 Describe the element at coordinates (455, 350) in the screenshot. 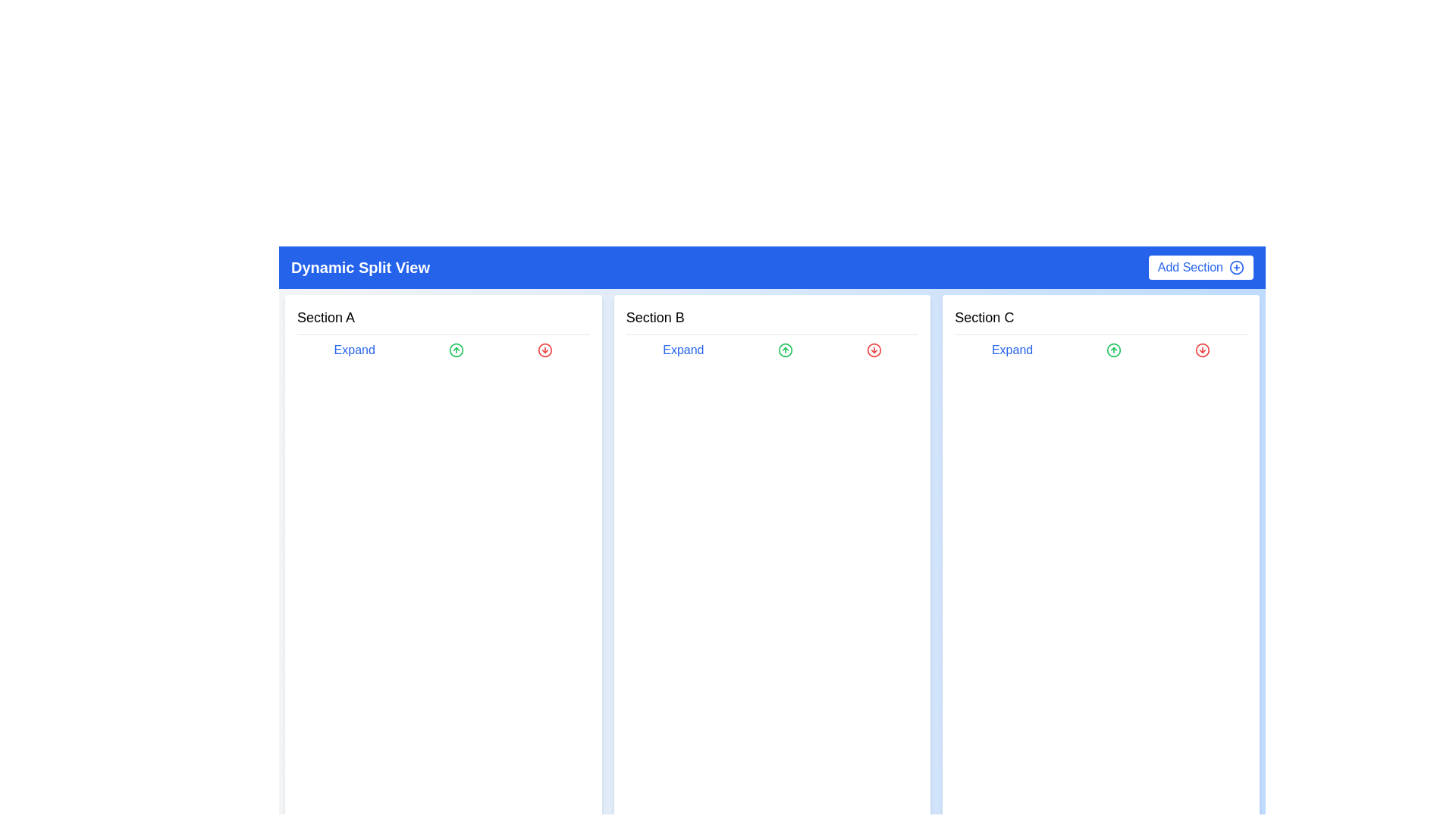

I see `the circular green icon with an upward arrow, located between the 'Expand' text and the downward arrow icon, to receive feedback` at that location.